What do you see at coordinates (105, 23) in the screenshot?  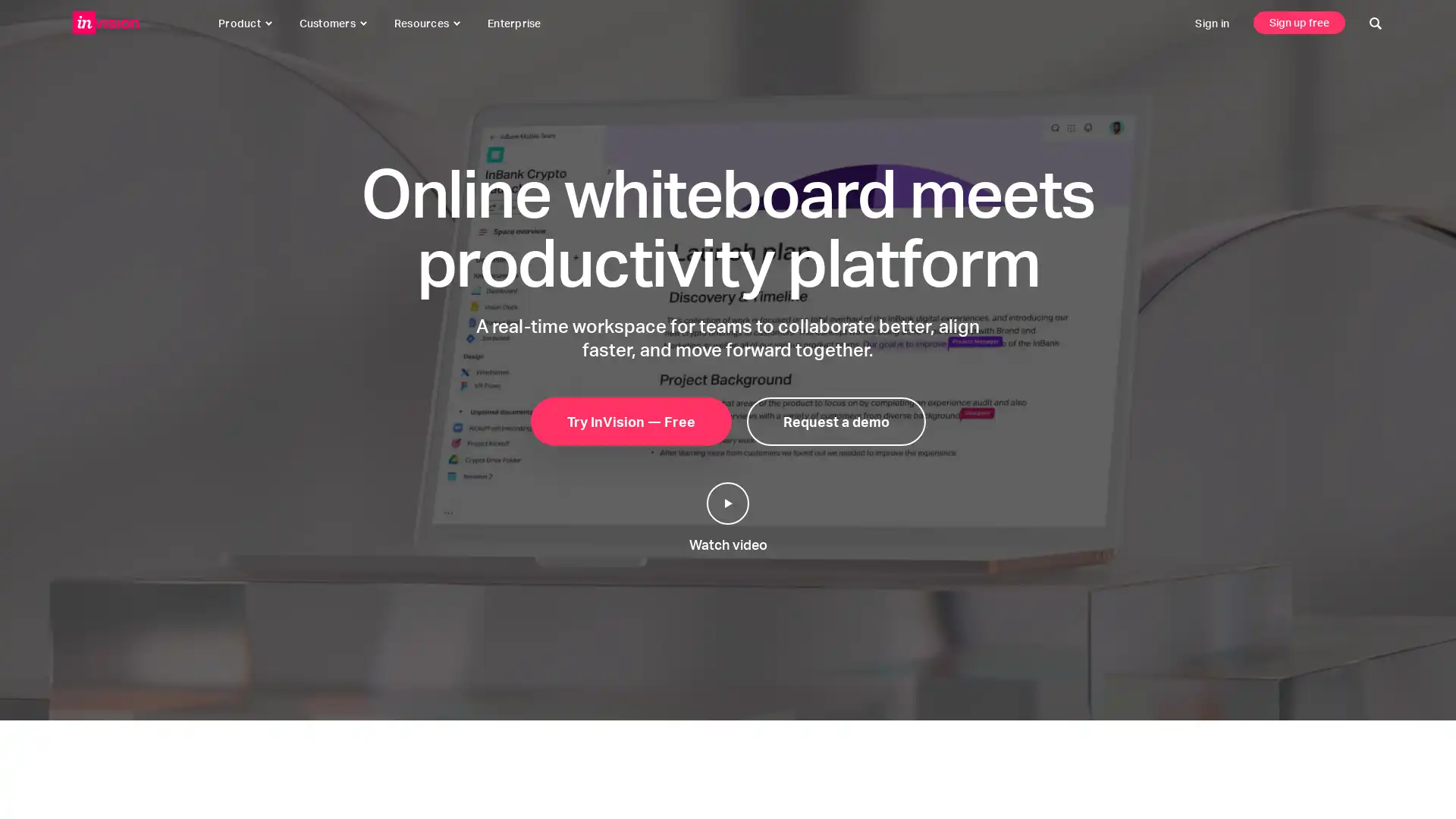 I see `invisionapp, inc.` at bounding box center [105, 23].